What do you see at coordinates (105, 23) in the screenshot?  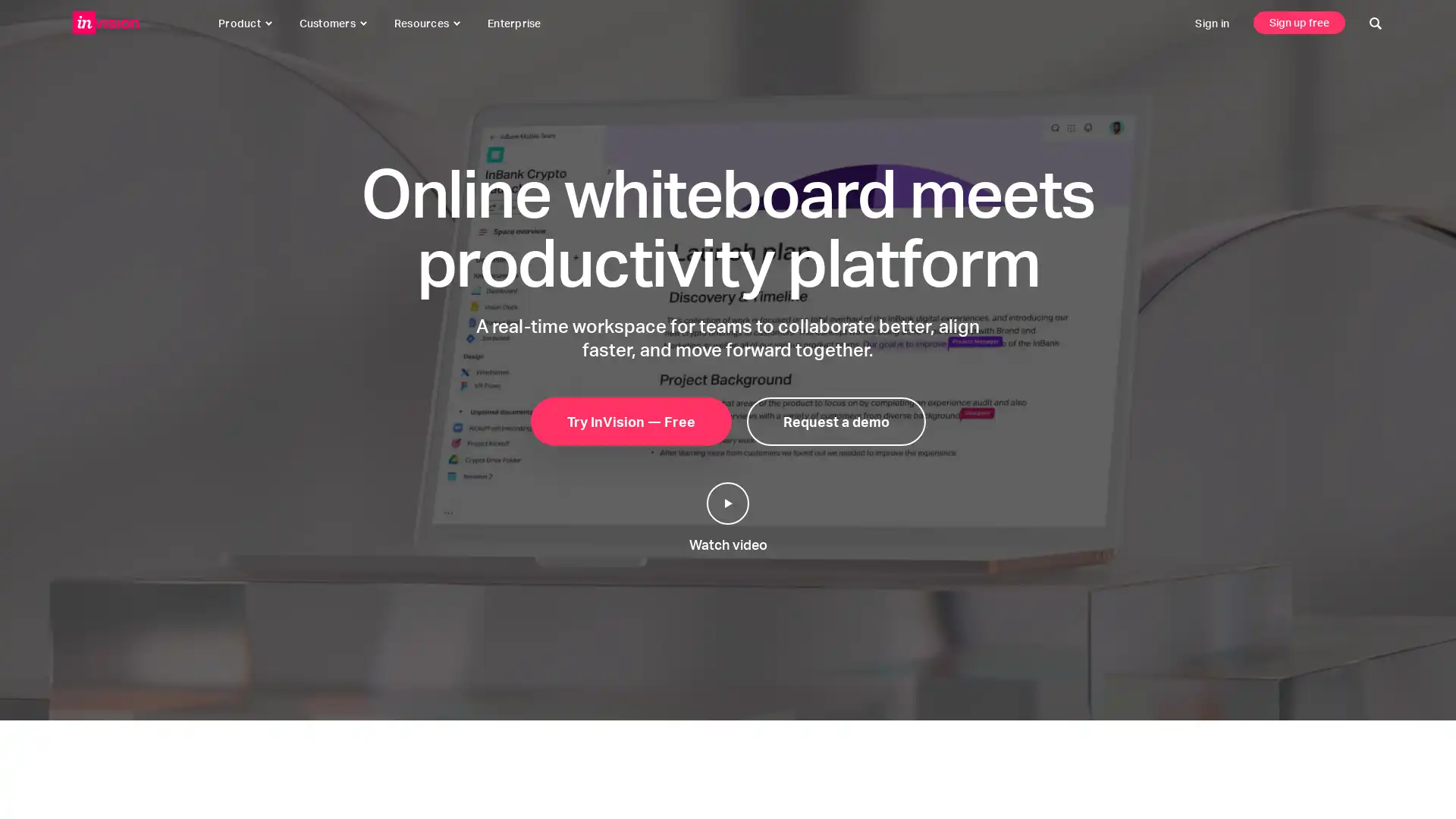 I see `invisionapp, inc.` at bounding box center [105, 23].